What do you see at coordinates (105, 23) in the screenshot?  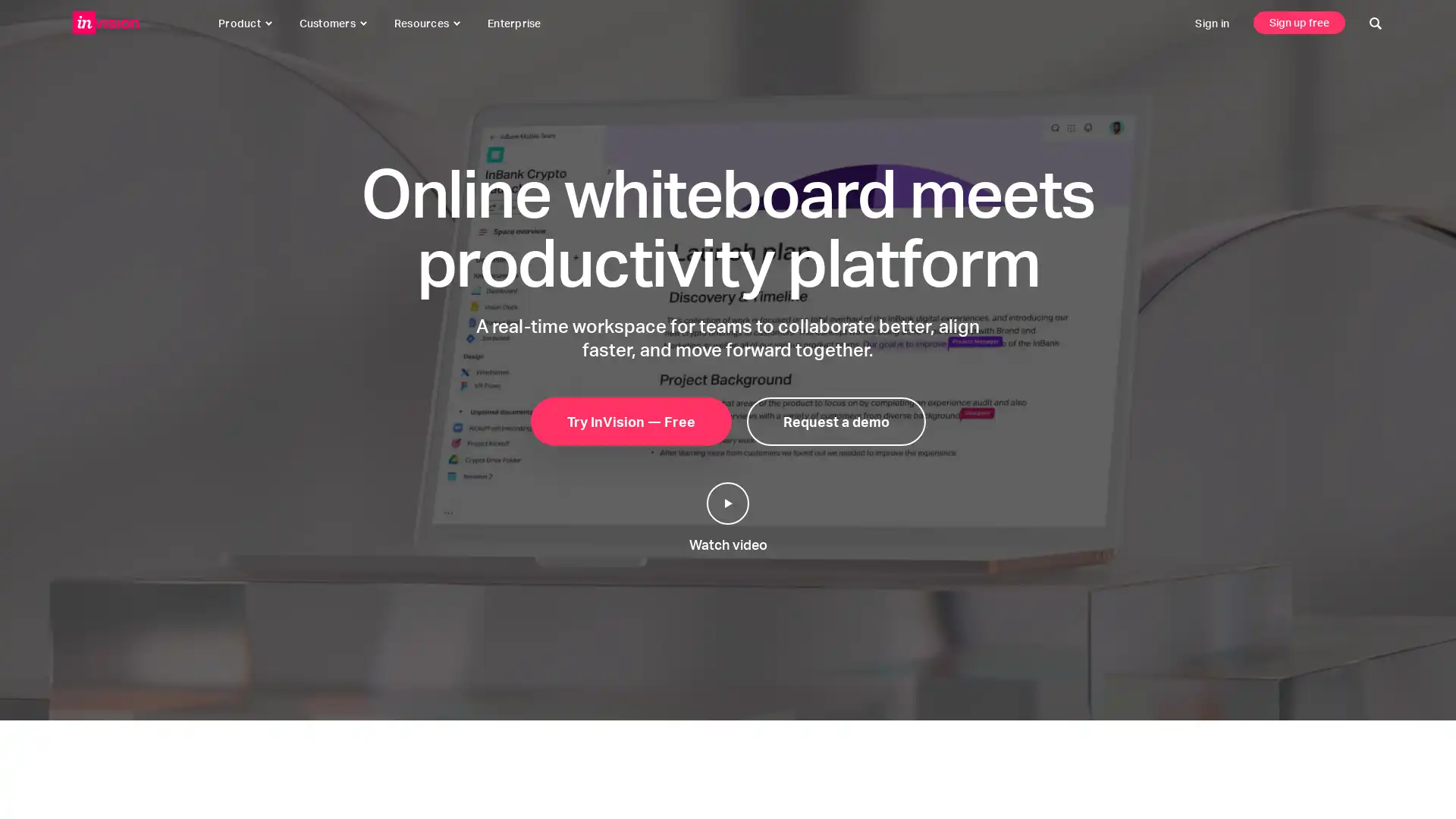 I see `invisionapp, inc.` at bounding box center [105, 23].